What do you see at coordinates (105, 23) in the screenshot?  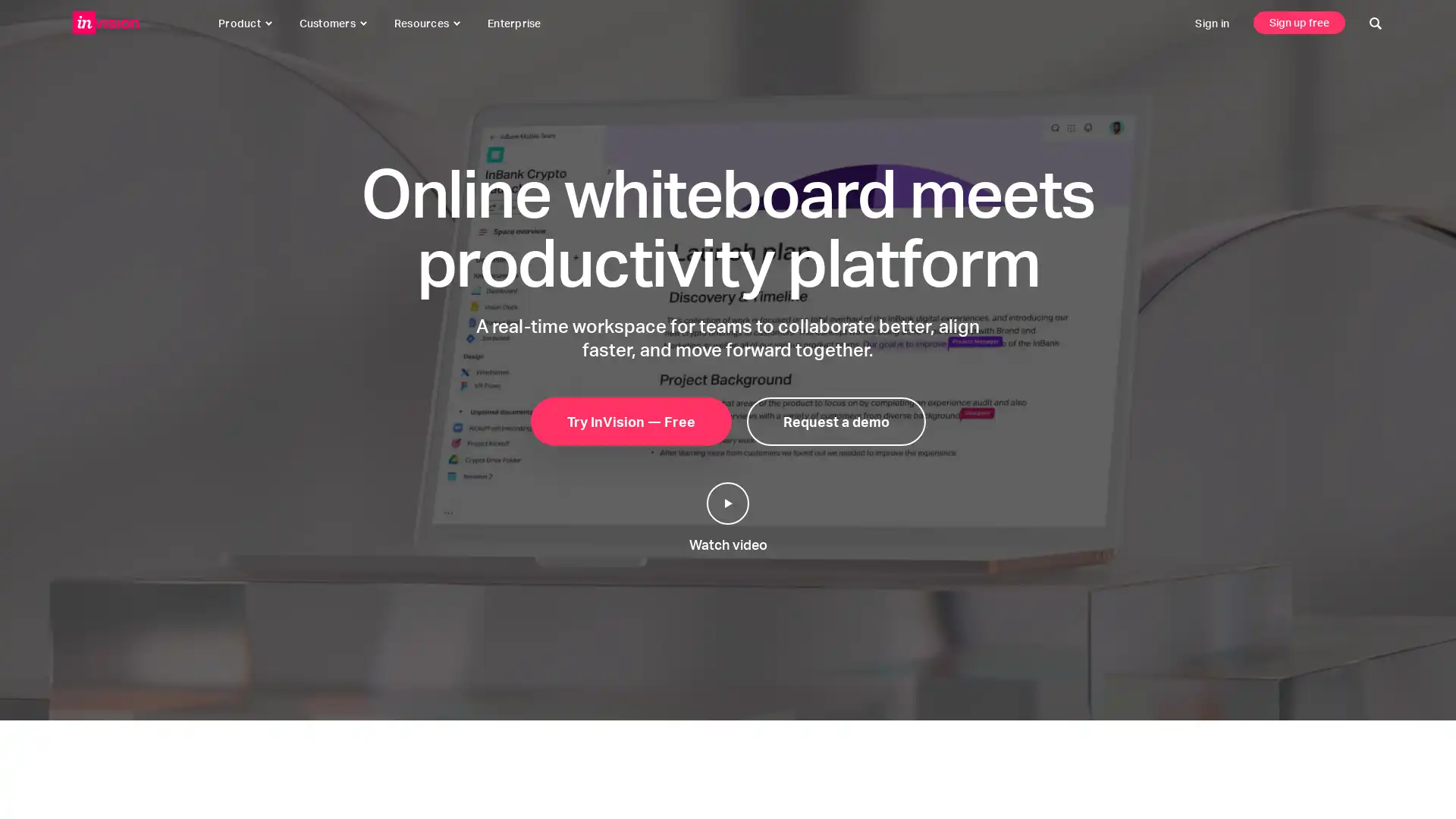 I see `invisionapp, inc.` at bounding box center [105, 23].